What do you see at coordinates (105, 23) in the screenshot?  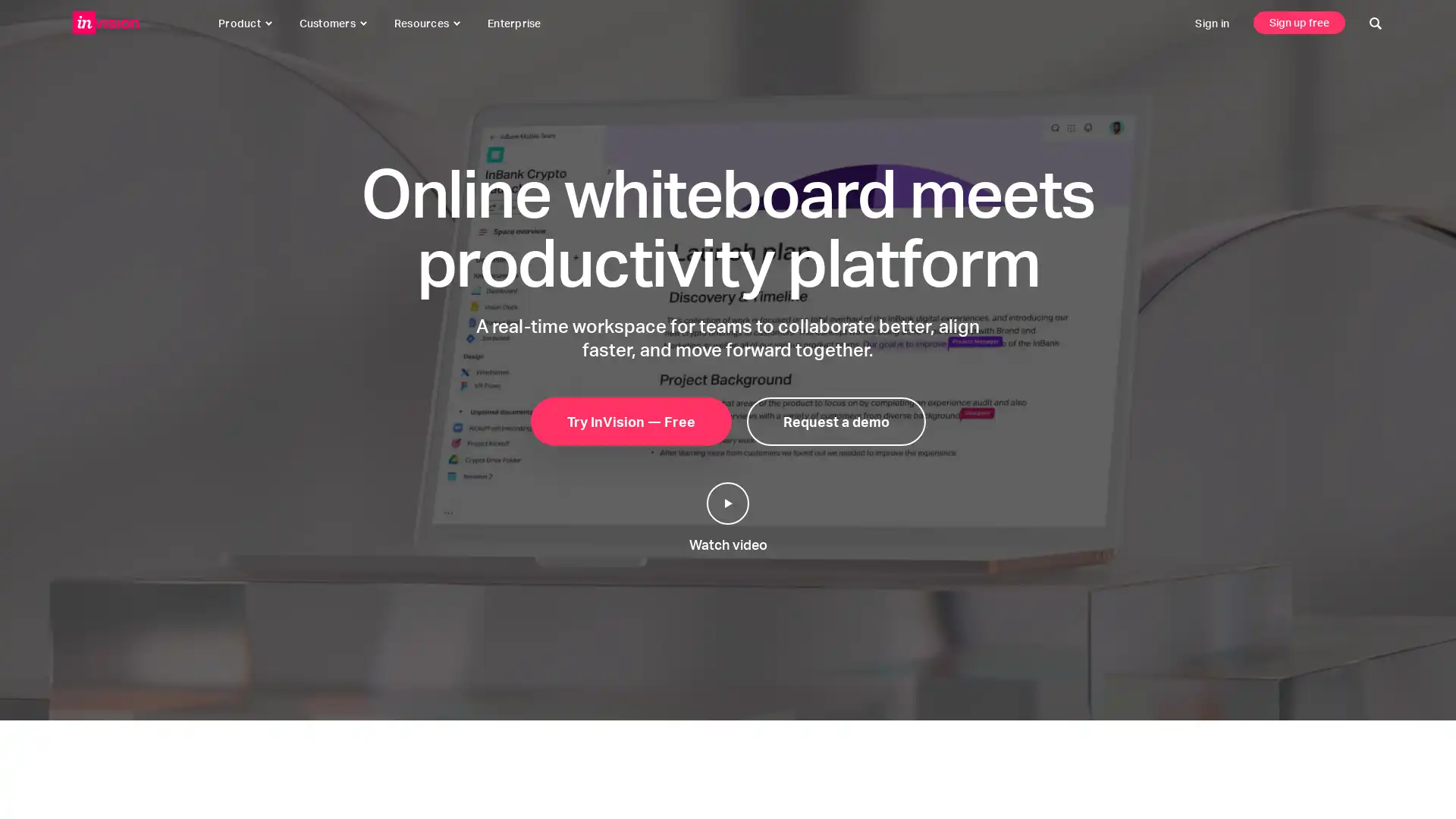 I see `invisionapp, inc.` at bounding box center [105, 23].